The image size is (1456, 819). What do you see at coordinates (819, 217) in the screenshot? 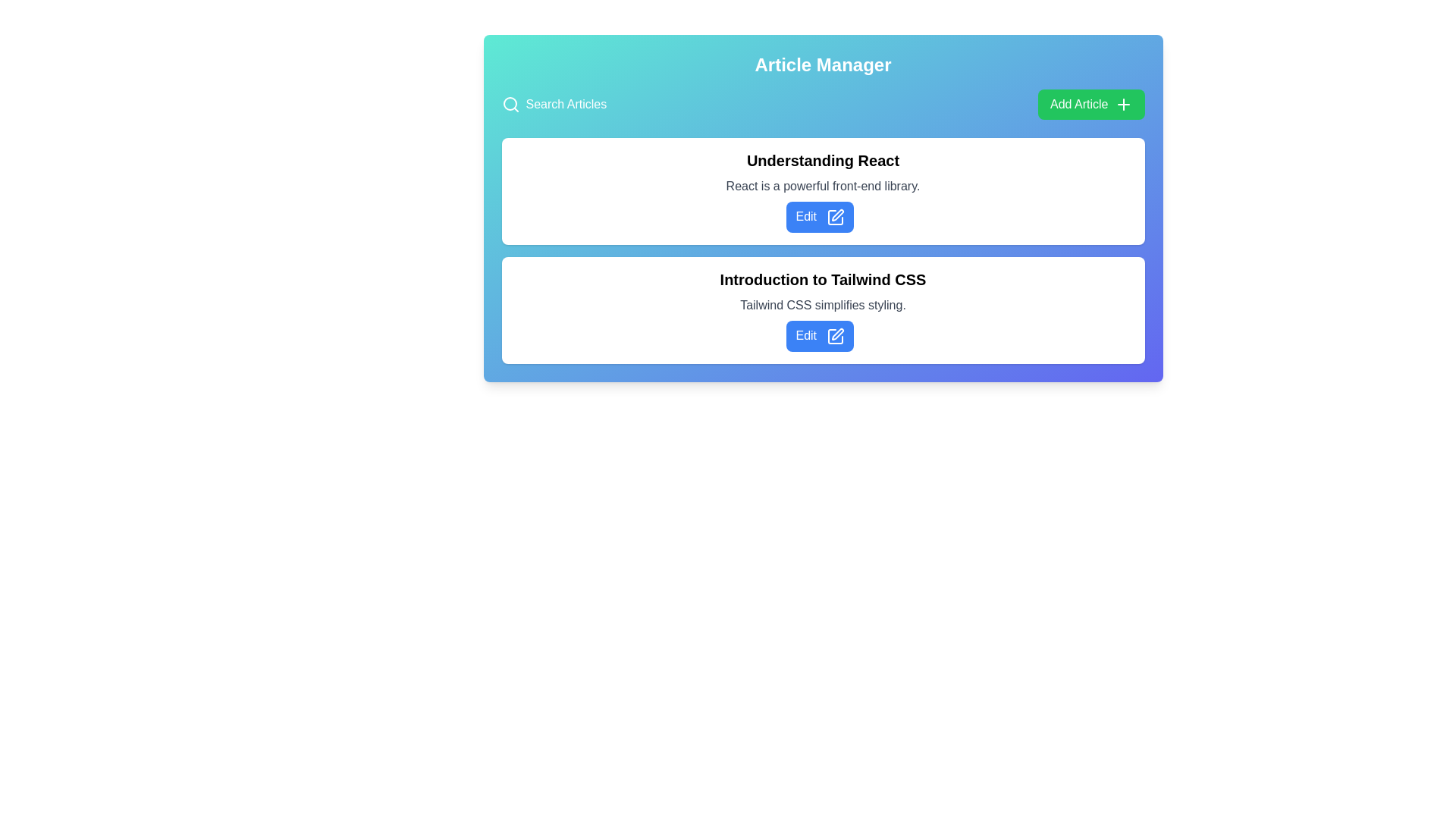
I see `the blue rectangular button with white text 'Edit' and a pen icon` at bounding box center [819, 217].